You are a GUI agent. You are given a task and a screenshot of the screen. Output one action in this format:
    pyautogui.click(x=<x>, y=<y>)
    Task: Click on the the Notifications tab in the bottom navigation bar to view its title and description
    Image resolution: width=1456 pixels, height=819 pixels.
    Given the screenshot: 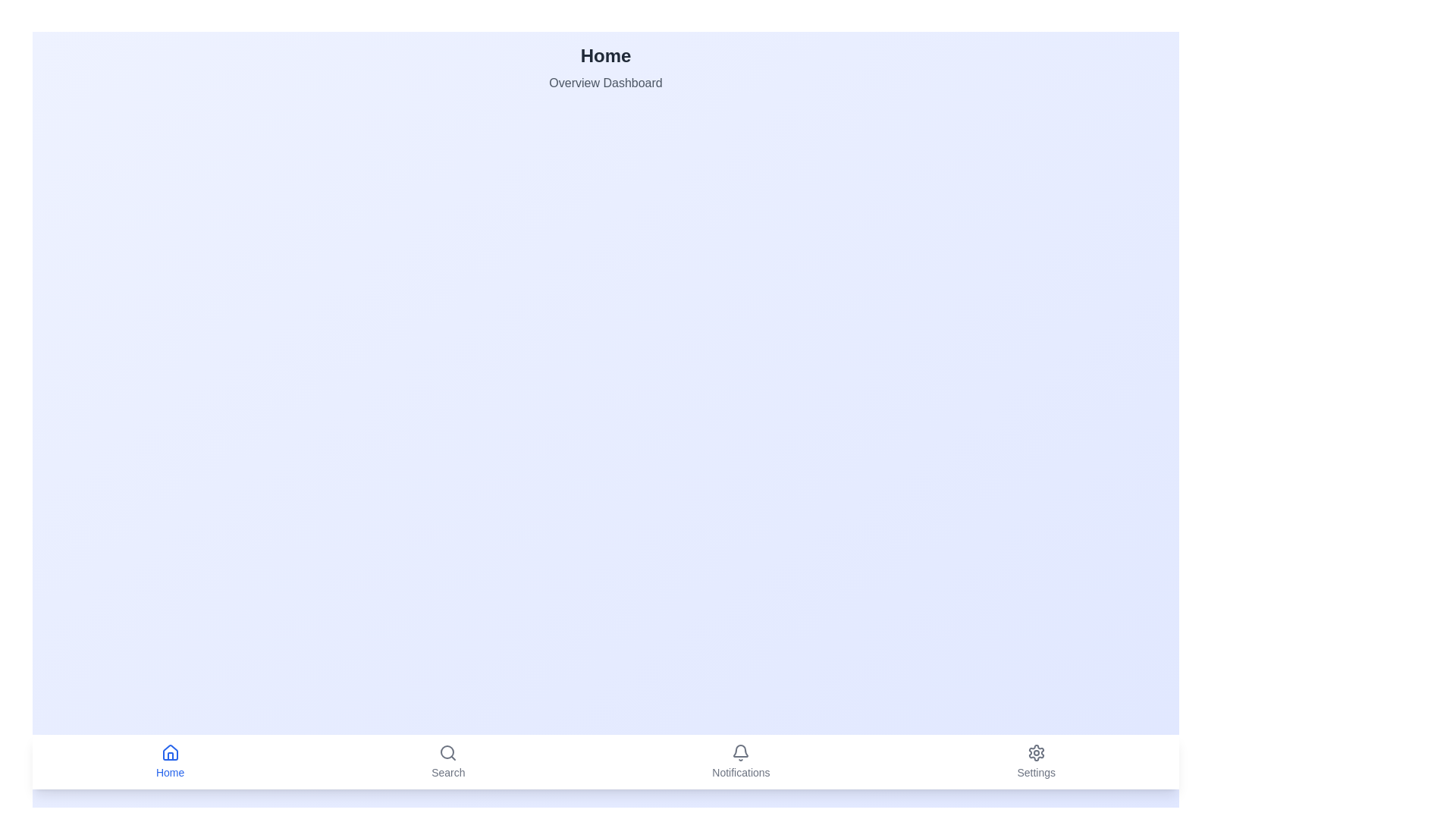 What is the action you would take?
    pyautogui.click(x=741, y=762)
    